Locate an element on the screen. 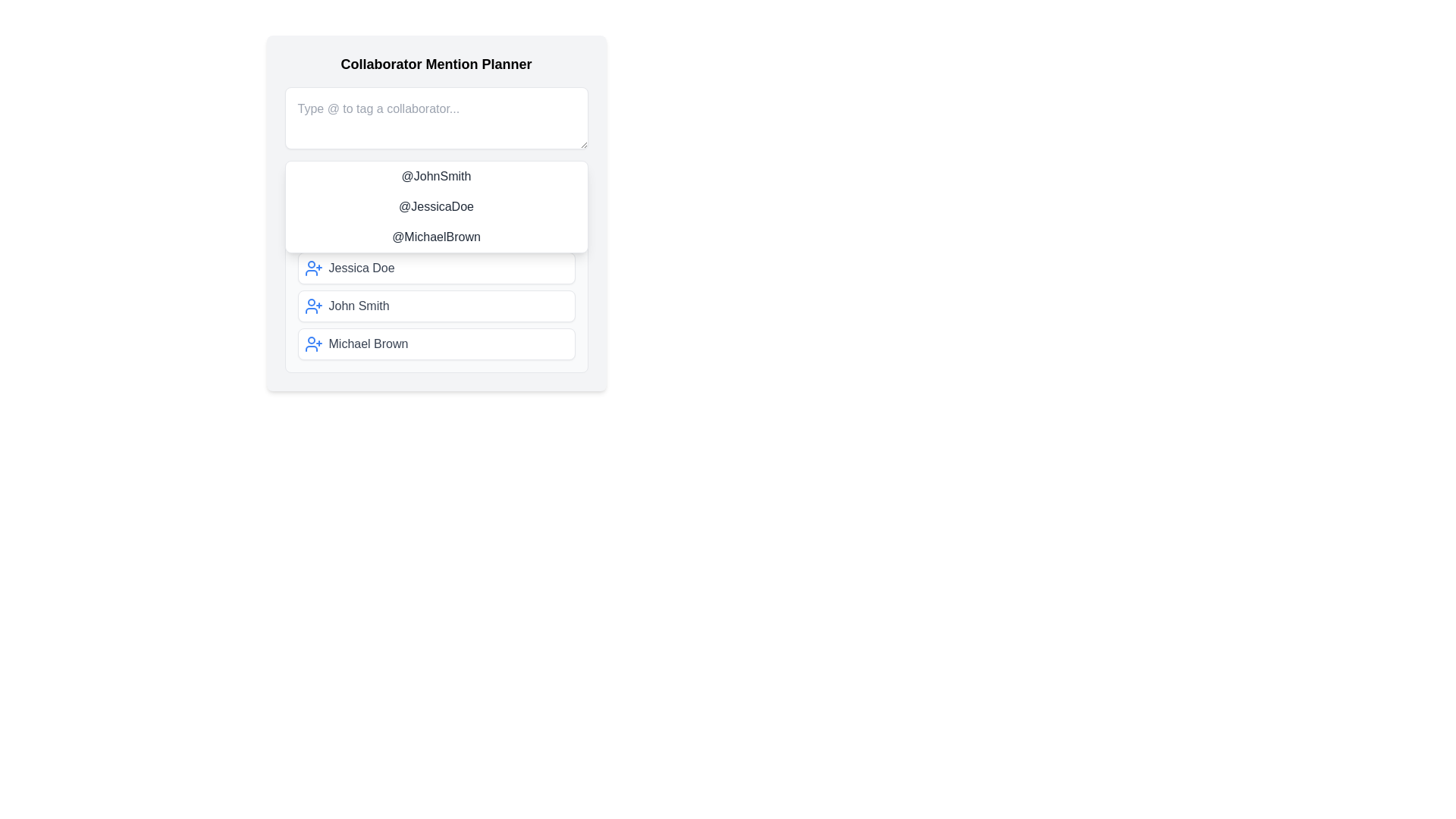 The height and width of the screenshot is (819, 1456). the list item representing the user 'John Smith' under the title 'Collaborator Mention Planner' is located at coordinates (435, 306).